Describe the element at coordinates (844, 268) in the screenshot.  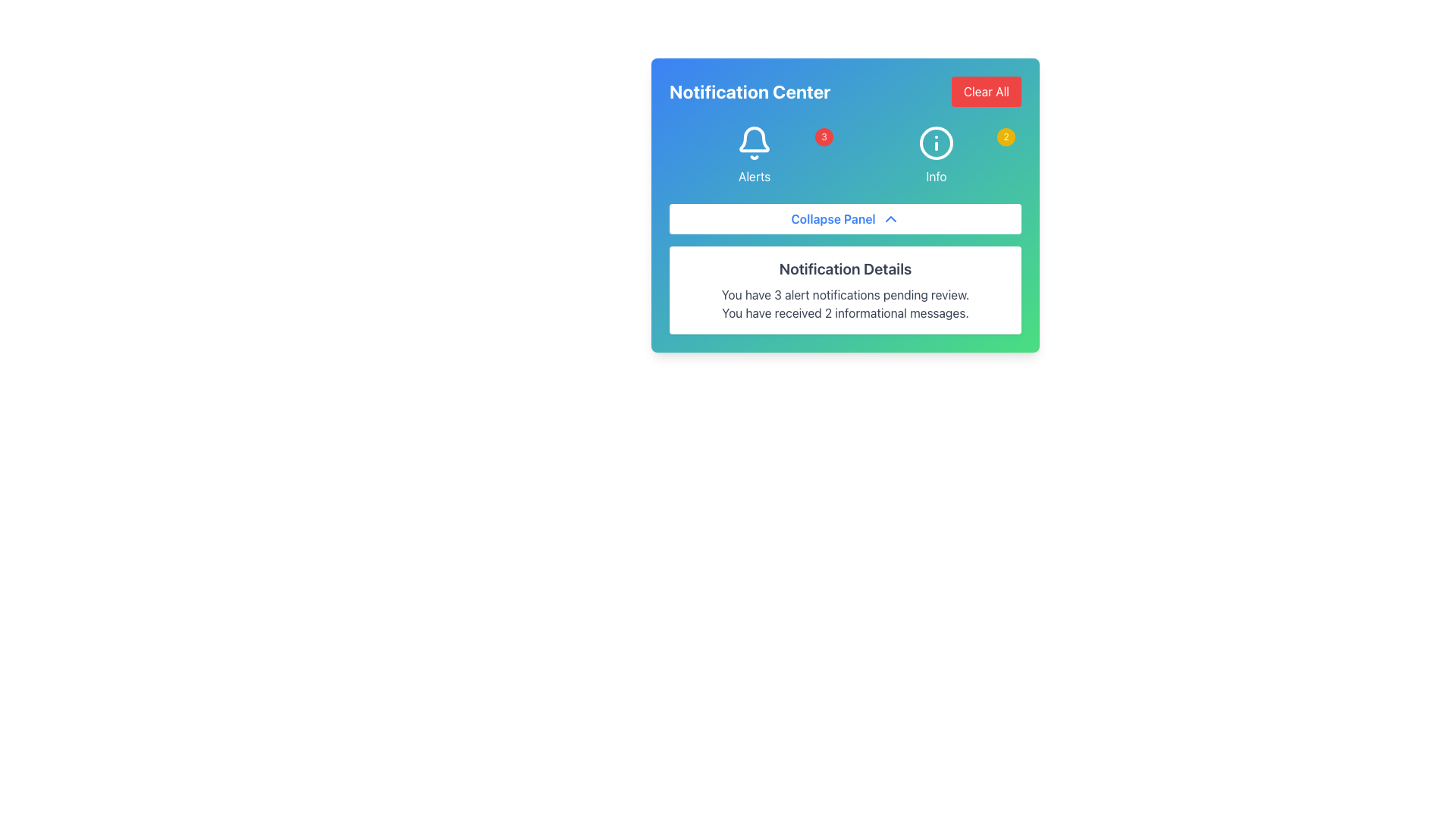
I see `the Text Heading element that serves as a descriptive heading for the notifications section, positioned centrally beneath the 'Notification Center' and 'Collapse Panel' button` at that location.